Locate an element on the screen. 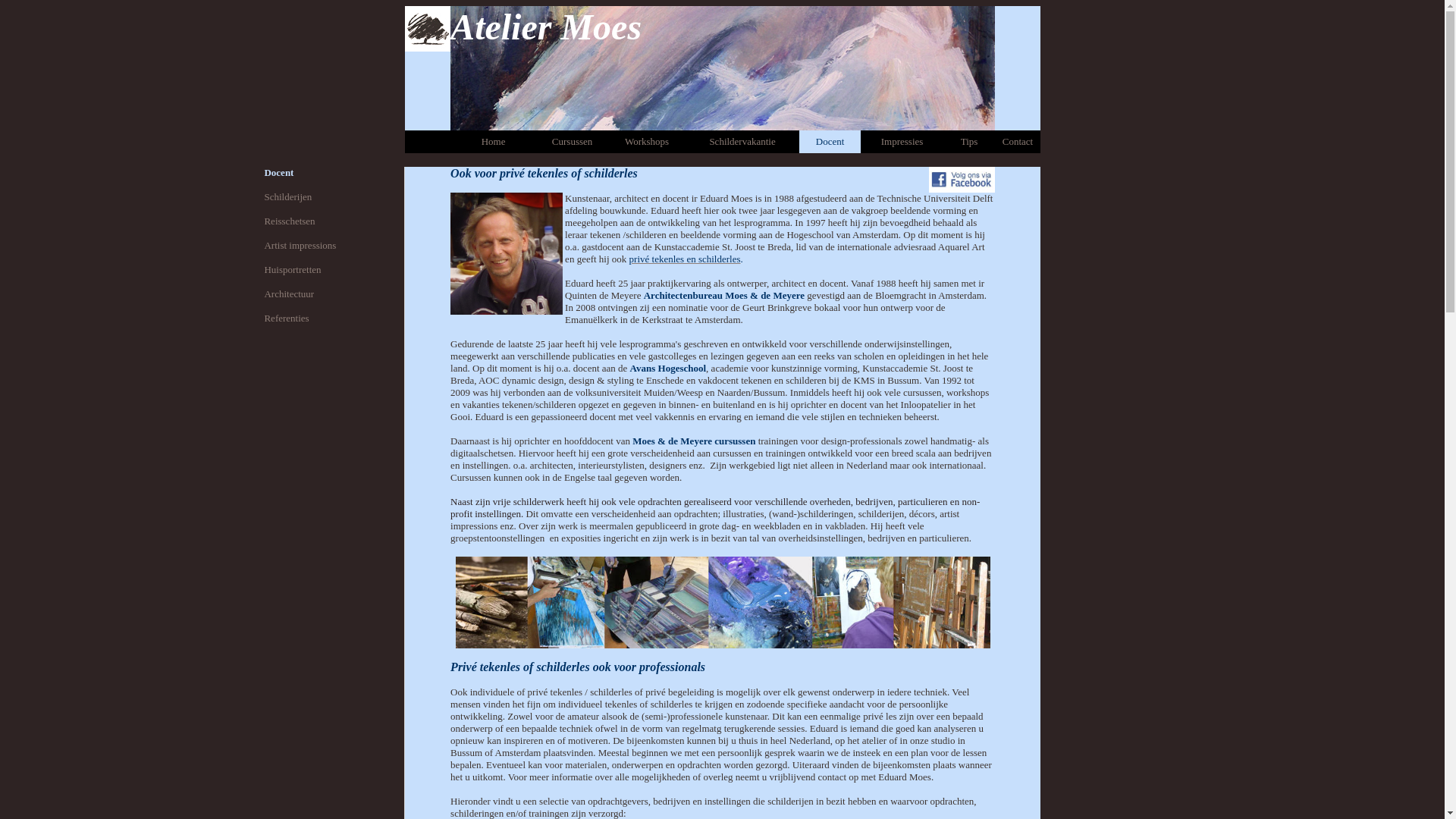 This screenshot has height=819, width=1456. 'Schildervakantie' is located at coordinates (742, 141).